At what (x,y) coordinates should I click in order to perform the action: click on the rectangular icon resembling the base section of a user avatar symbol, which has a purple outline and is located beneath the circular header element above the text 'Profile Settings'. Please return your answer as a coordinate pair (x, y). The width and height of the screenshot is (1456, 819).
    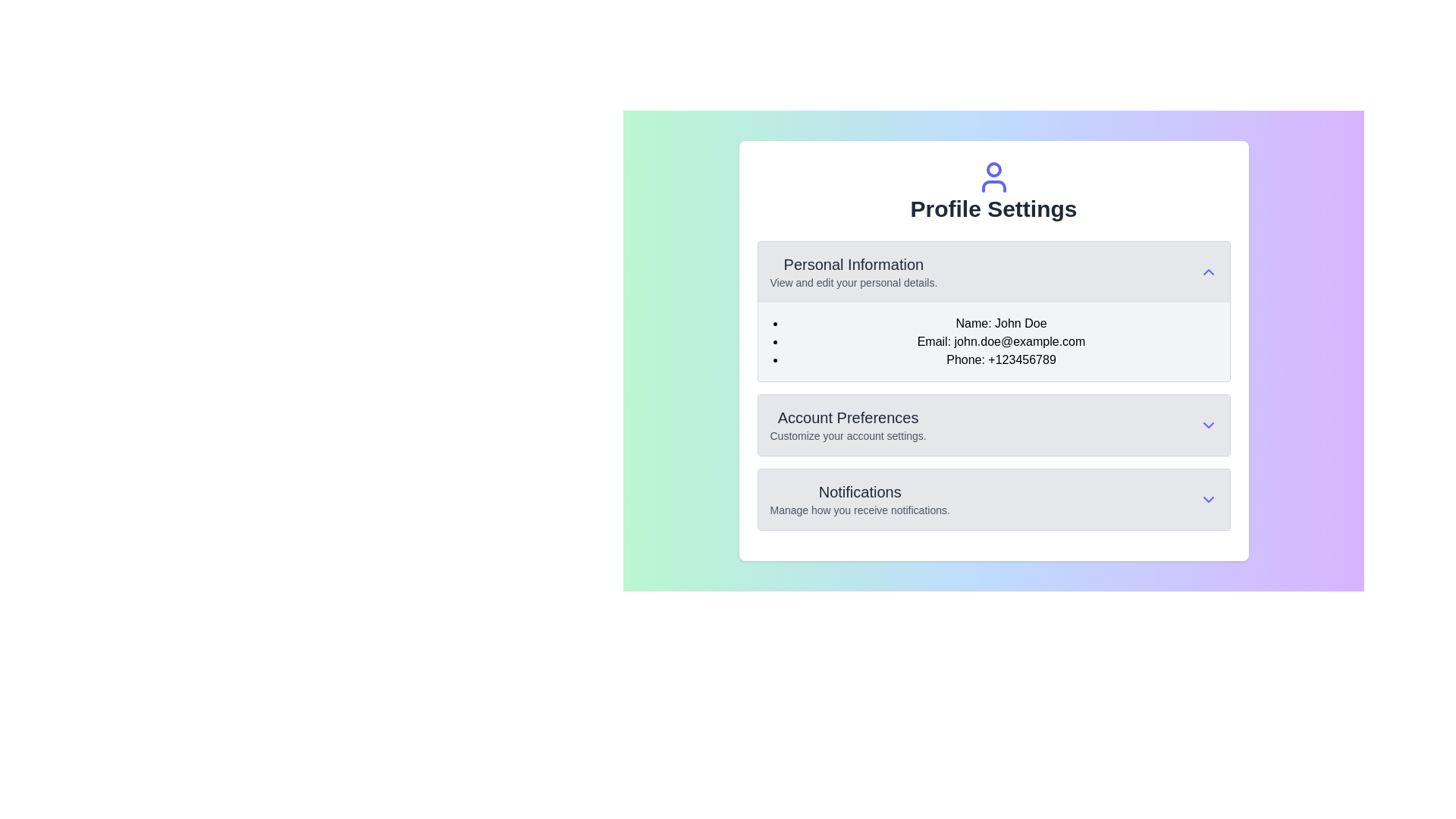
    Looking at the image, I should click on (993, 186).